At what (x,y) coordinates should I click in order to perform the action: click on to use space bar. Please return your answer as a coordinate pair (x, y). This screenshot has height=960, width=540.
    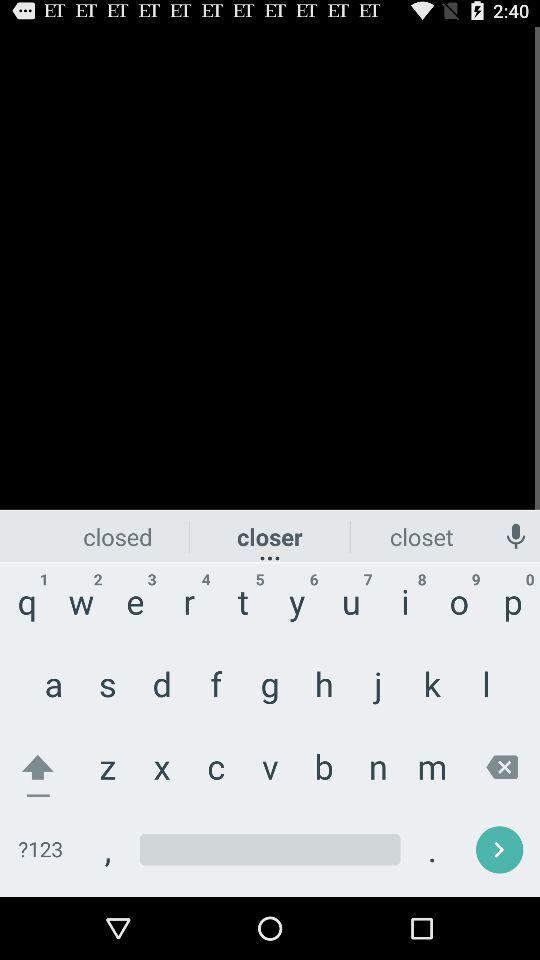
    Looking at the image, I should click on (270, 849).